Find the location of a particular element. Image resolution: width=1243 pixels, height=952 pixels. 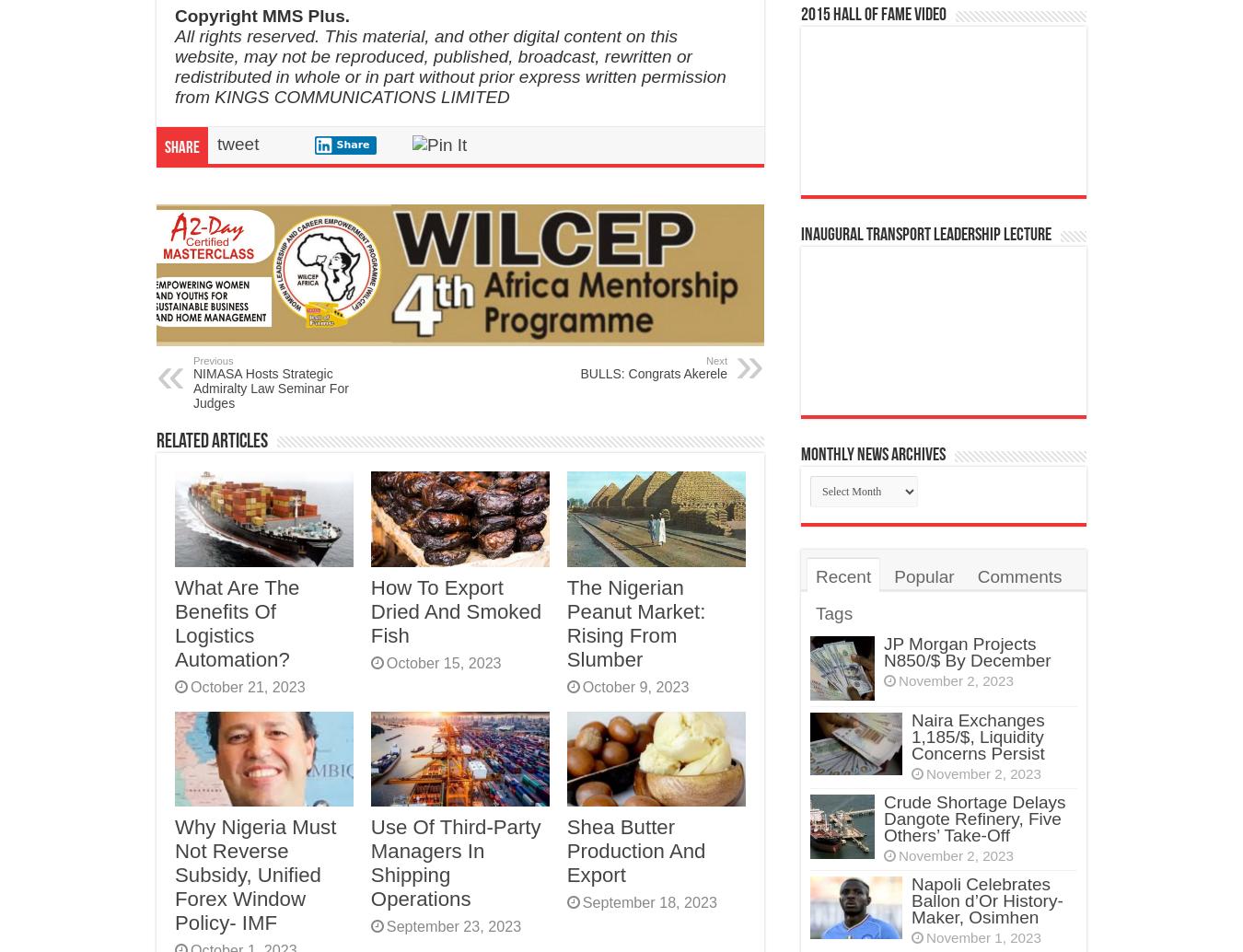

'September 23, 2023' is located at coordinates (452, 924).